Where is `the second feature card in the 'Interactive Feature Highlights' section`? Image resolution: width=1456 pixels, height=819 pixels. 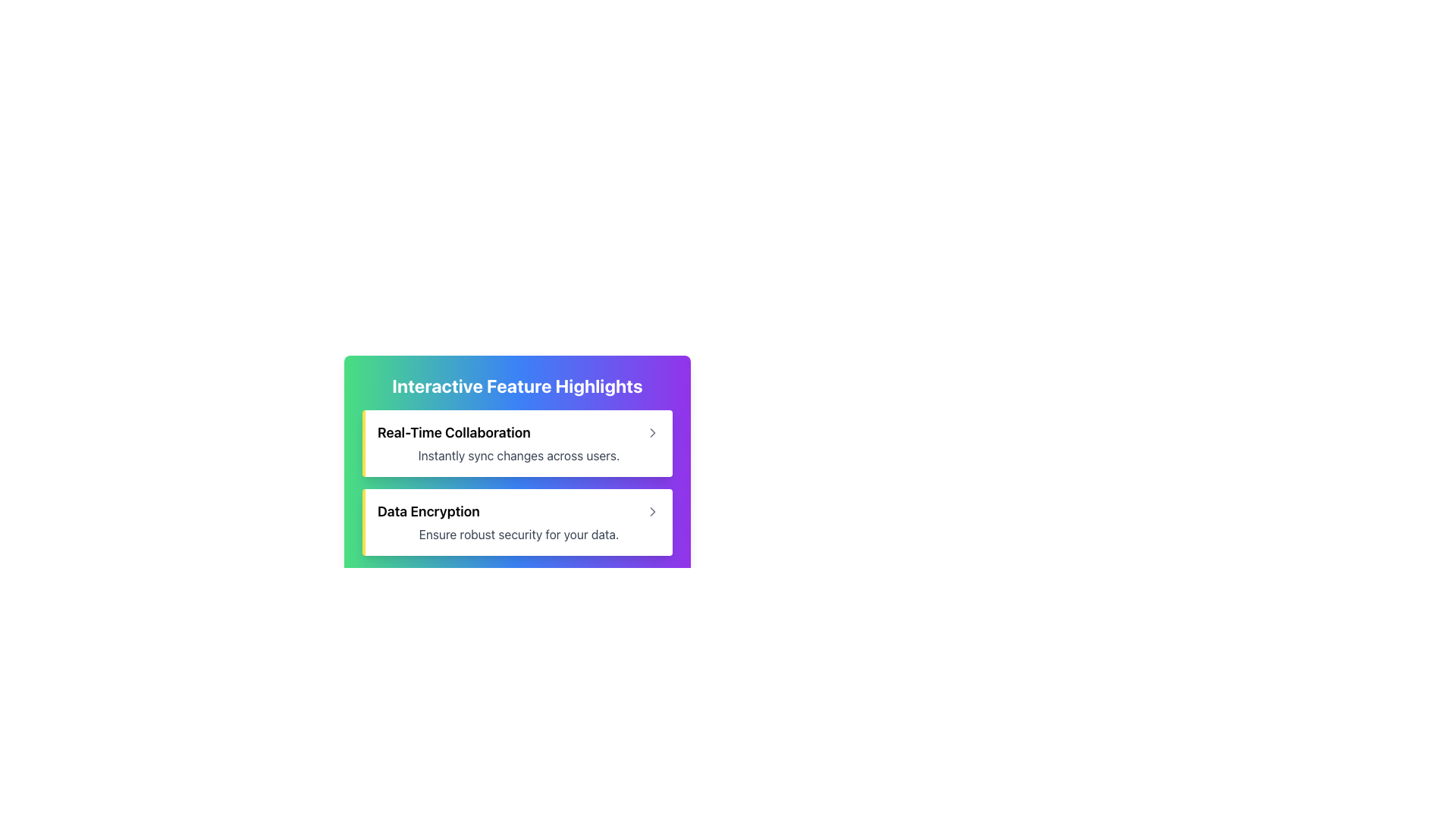 the second feature card in the 'Interactive Feature Highlights' section is located at coordinates (517, 522).